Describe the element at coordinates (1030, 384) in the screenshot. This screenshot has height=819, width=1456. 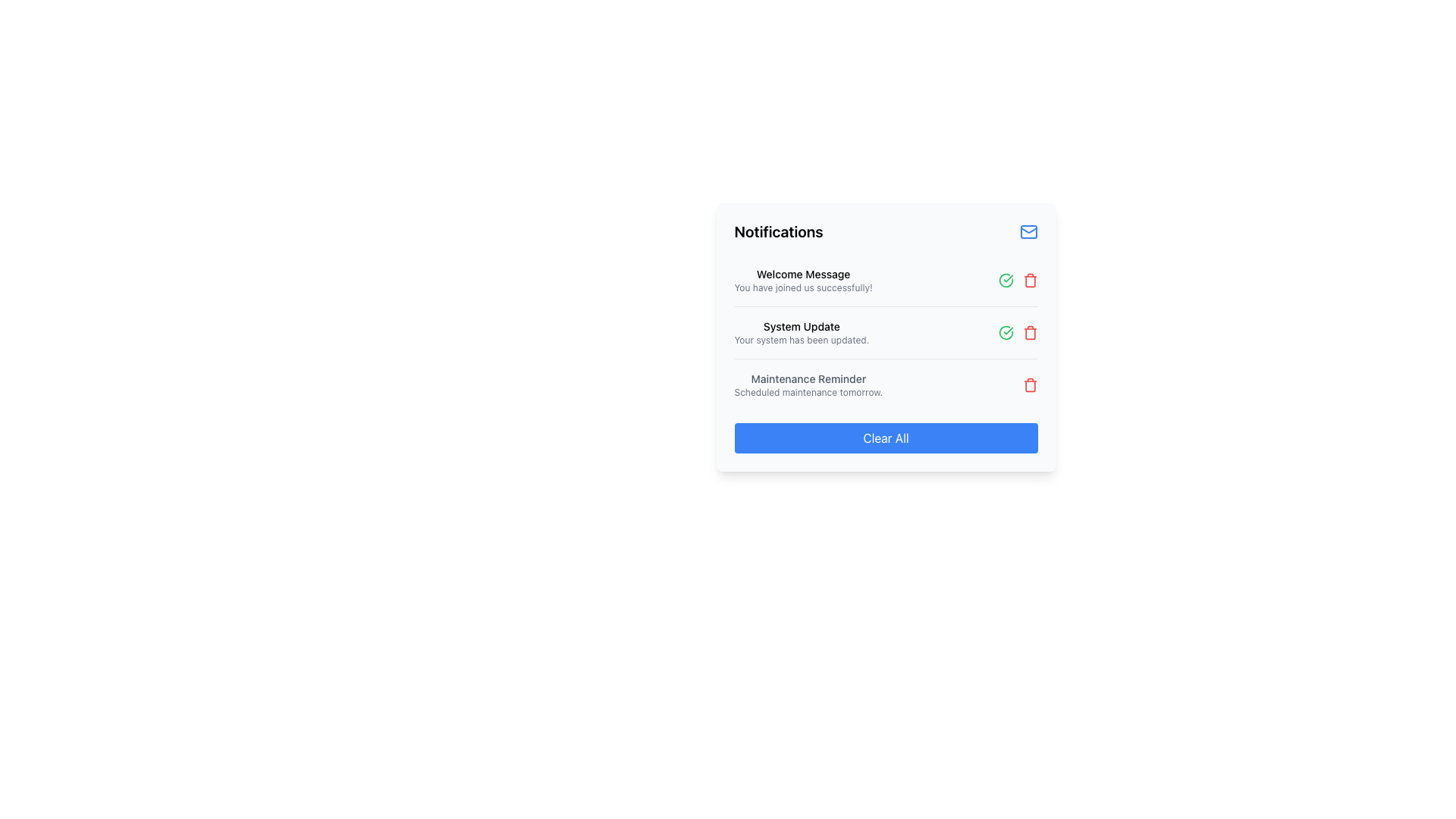
I see `the delete button for the 'Maintenance Reminder' notification` at that location.